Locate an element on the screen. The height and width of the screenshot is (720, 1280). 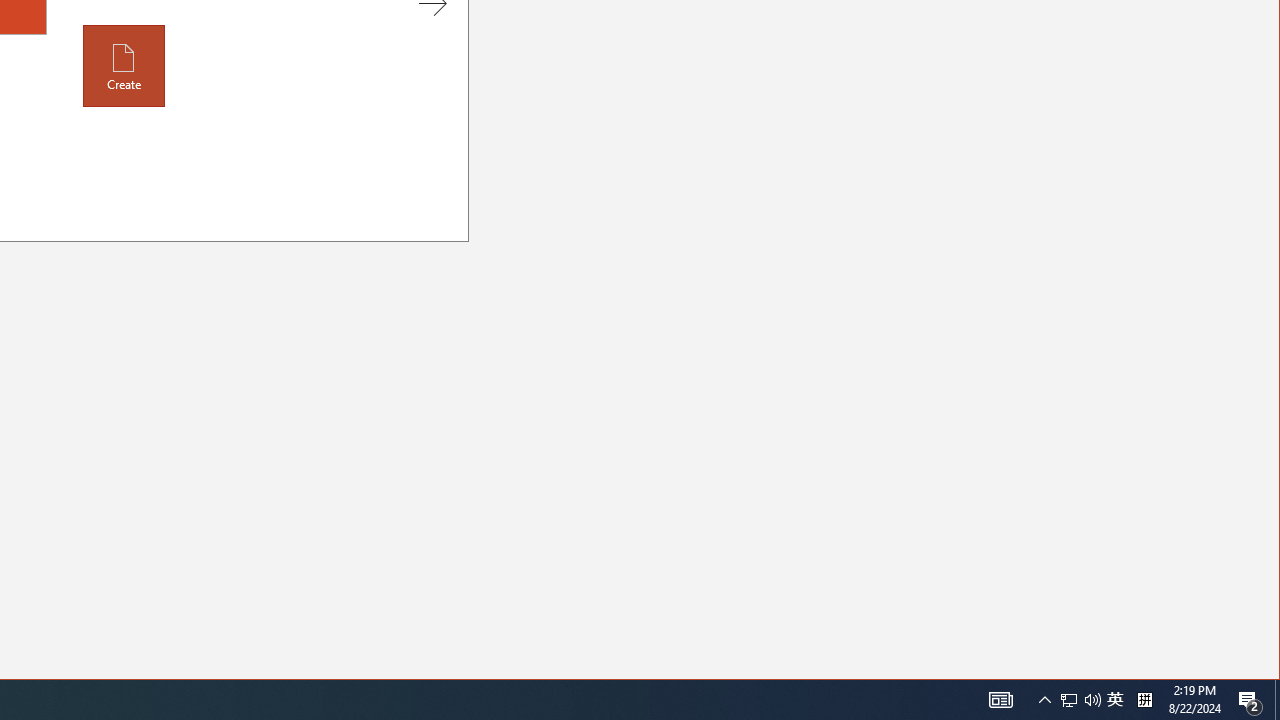
'Q2790: 100%' is located at coordinates (1114, 698).